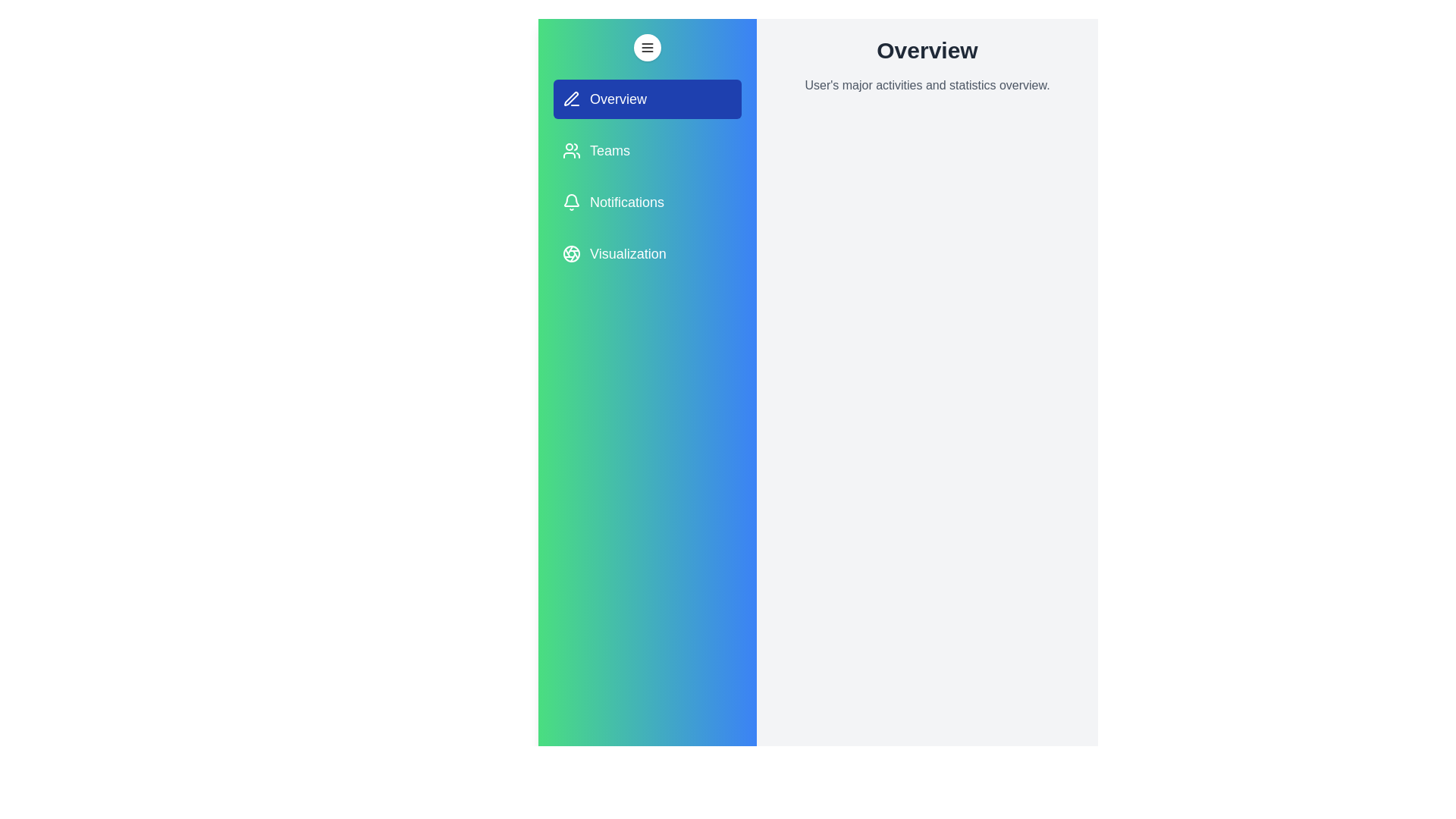 The image size is (1456, 819). I want to click on the drawer elements to observe highlights. The element to hover over is specified by the parameter Overview, so click(648, 99).